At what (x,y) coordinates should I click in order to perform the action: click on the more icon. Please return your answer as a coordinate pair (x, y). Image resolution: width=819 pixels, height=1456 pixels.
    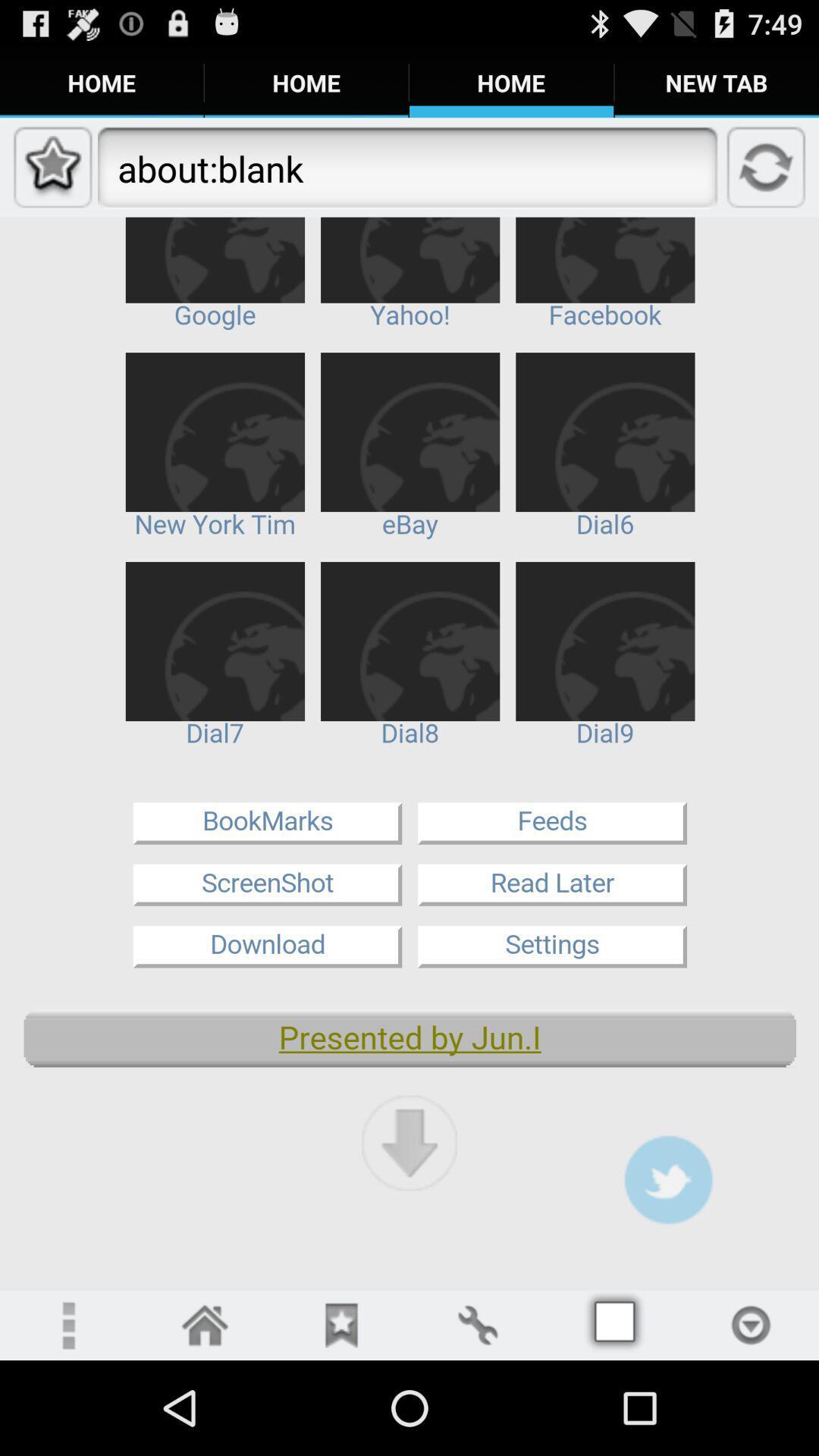
    Looking at the image, I should click on (67, 1417).